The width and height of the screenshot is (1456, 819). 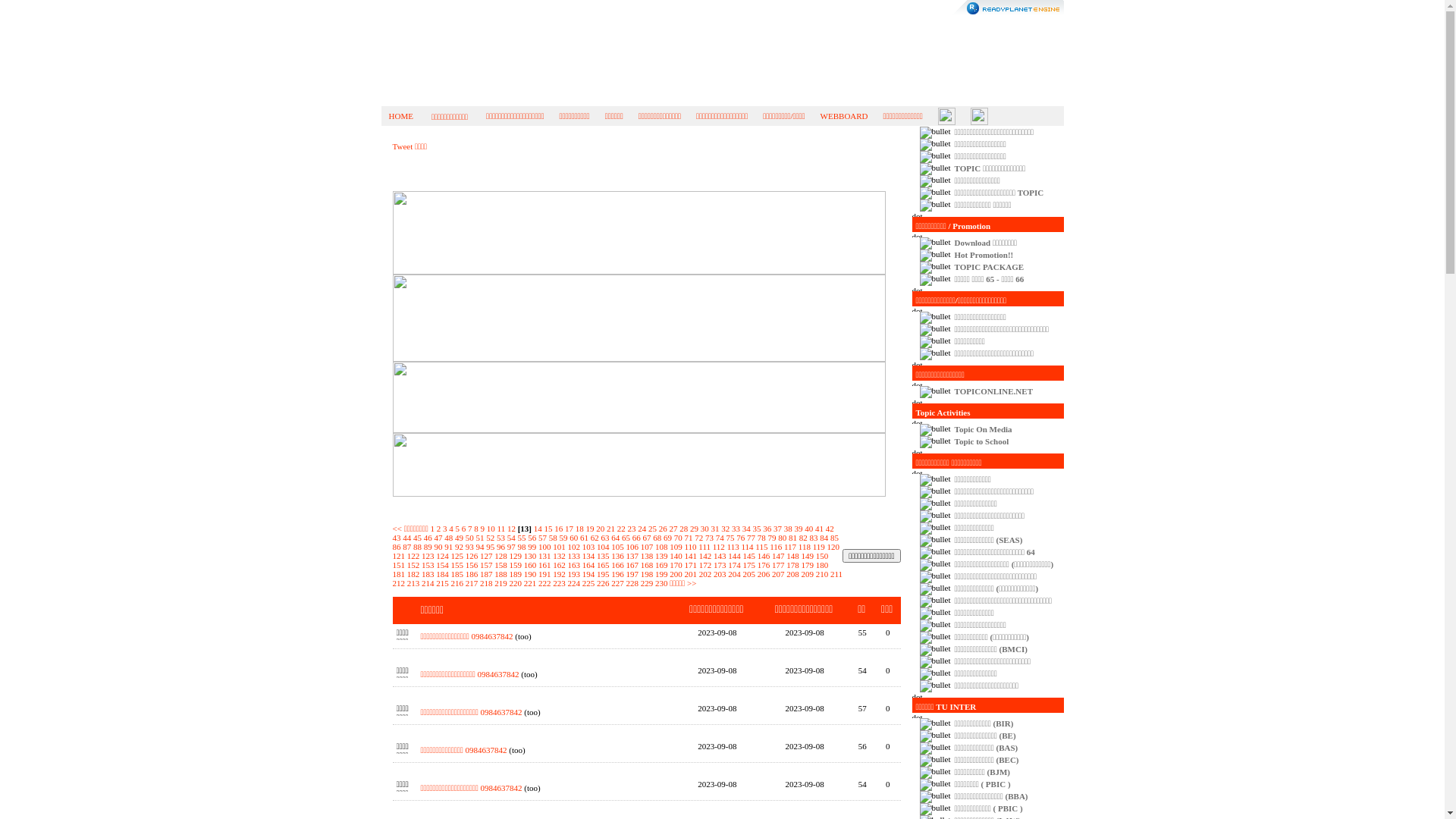 What do you see at coordinates (610, 528) in the screenshot?
I see `'21'` at bounding box center [610, 528].